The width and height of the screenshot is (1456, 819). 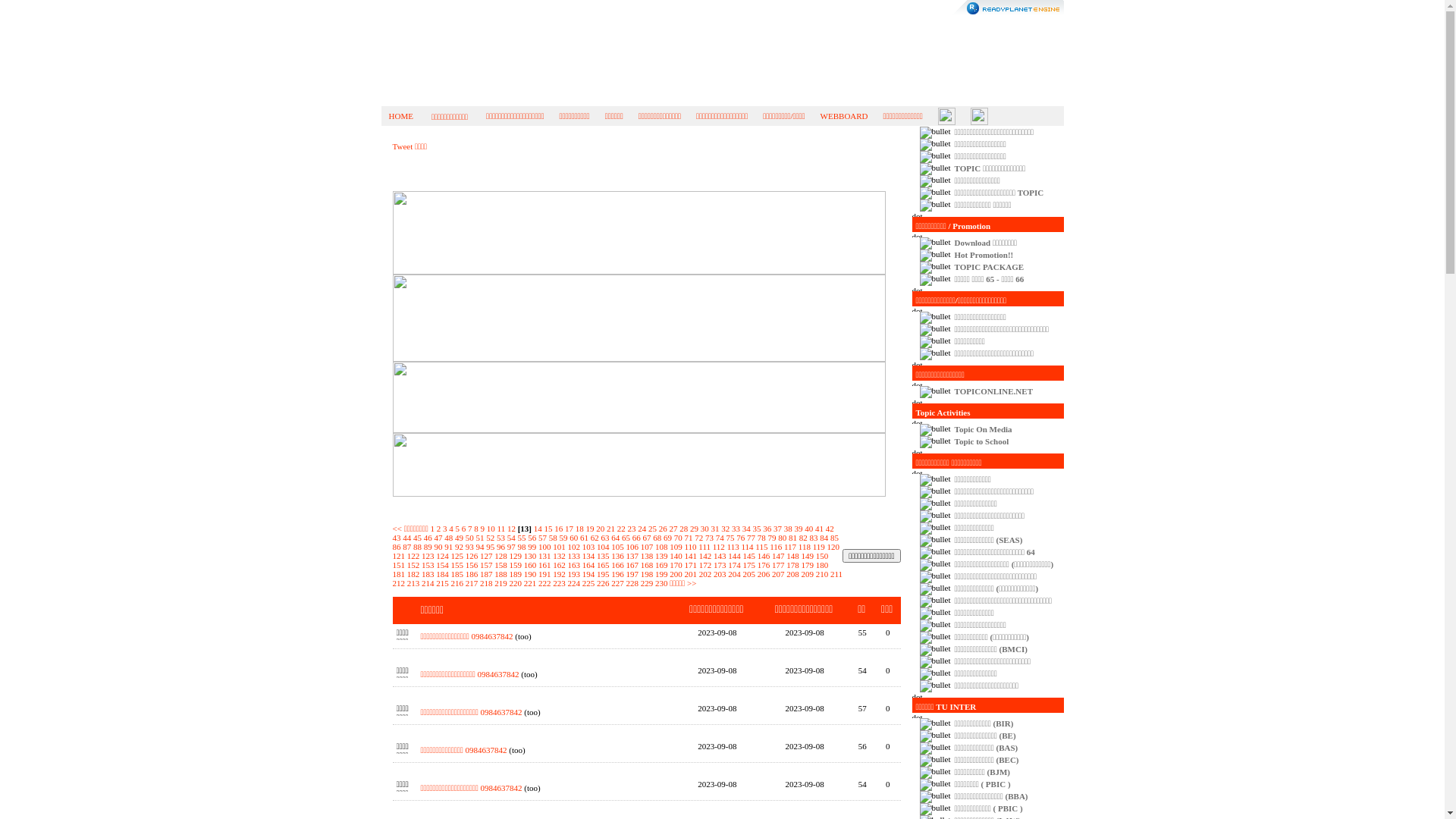 What do you see at coordinates (610, 528) in the screenshot?
I see `'21'` at bounding box center [610, 528].